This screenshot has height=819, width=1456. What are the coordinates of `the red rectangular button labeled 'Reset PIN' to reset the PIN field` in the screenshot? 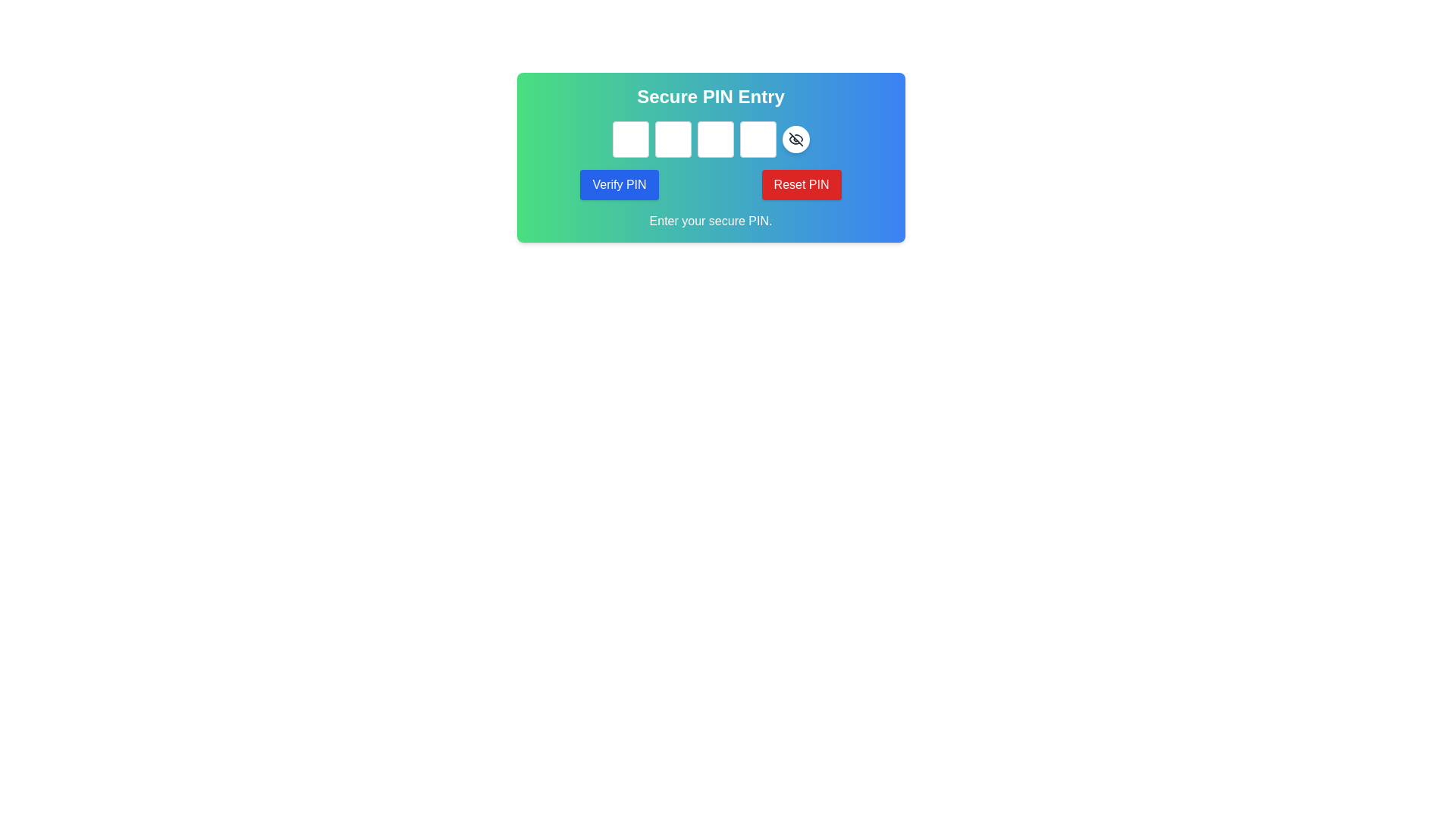 It's located at (800, 184).